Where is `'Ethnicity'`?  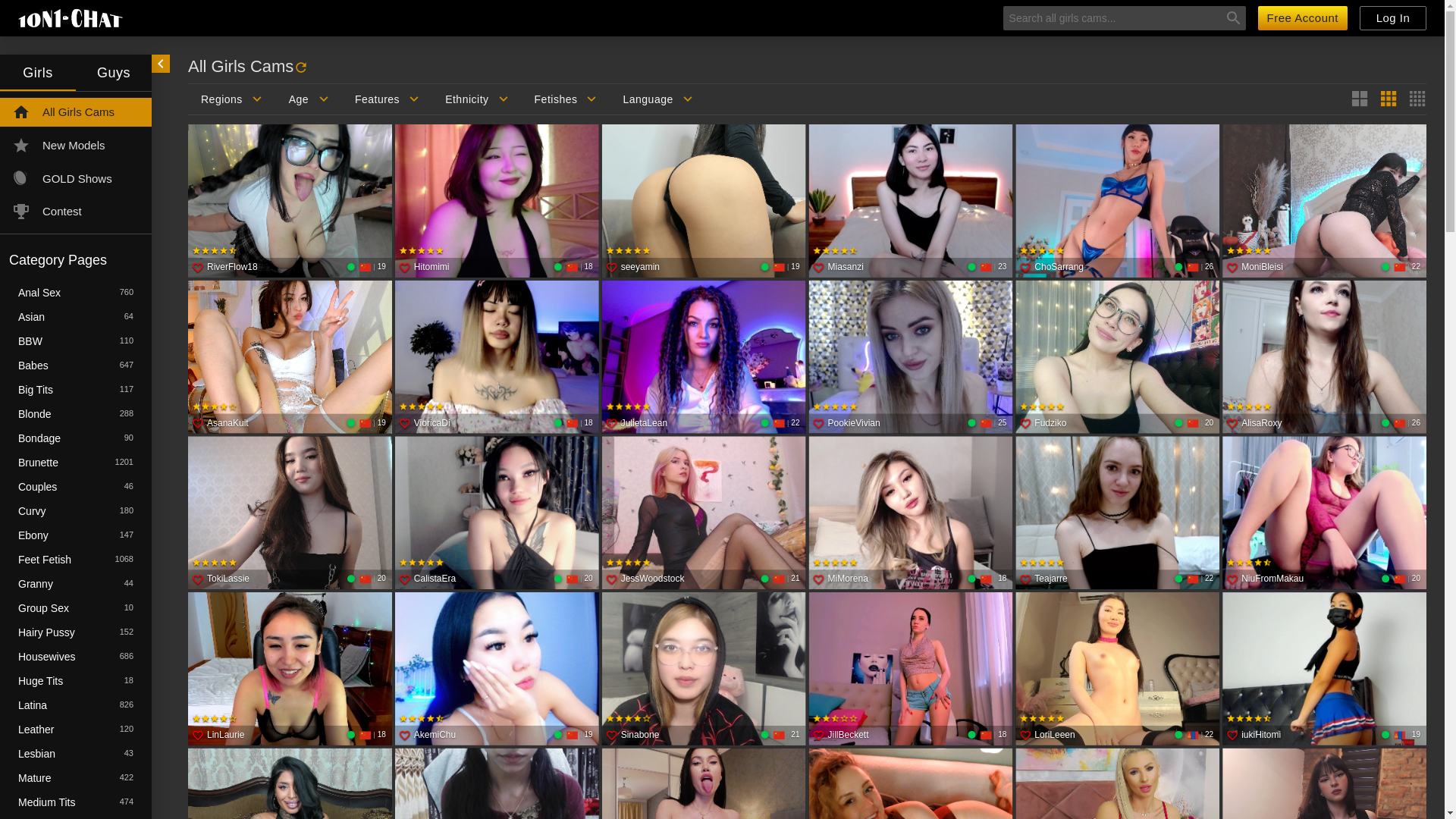
'Ethnicity' is located at coordinates (475, 99).